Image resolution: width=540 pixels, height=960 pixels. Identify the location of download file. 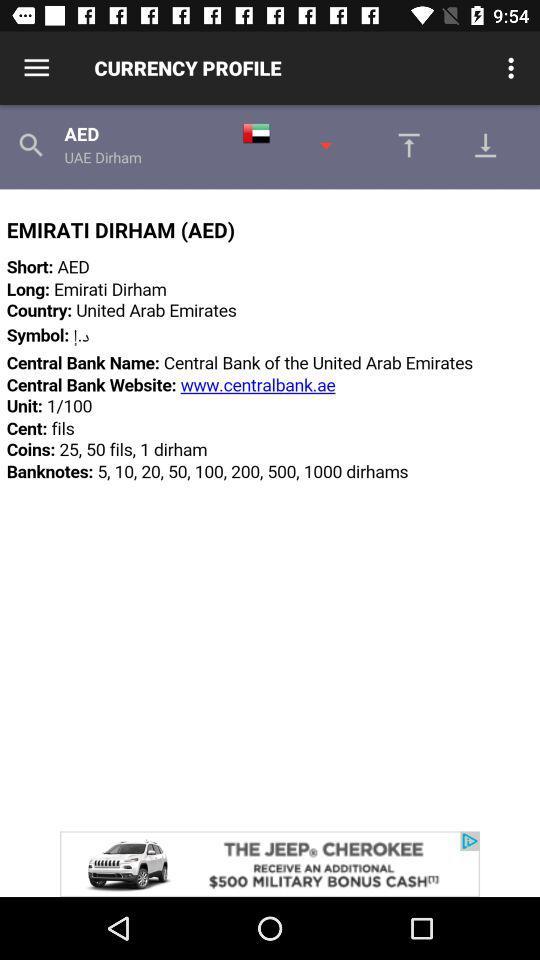
(490, 144).